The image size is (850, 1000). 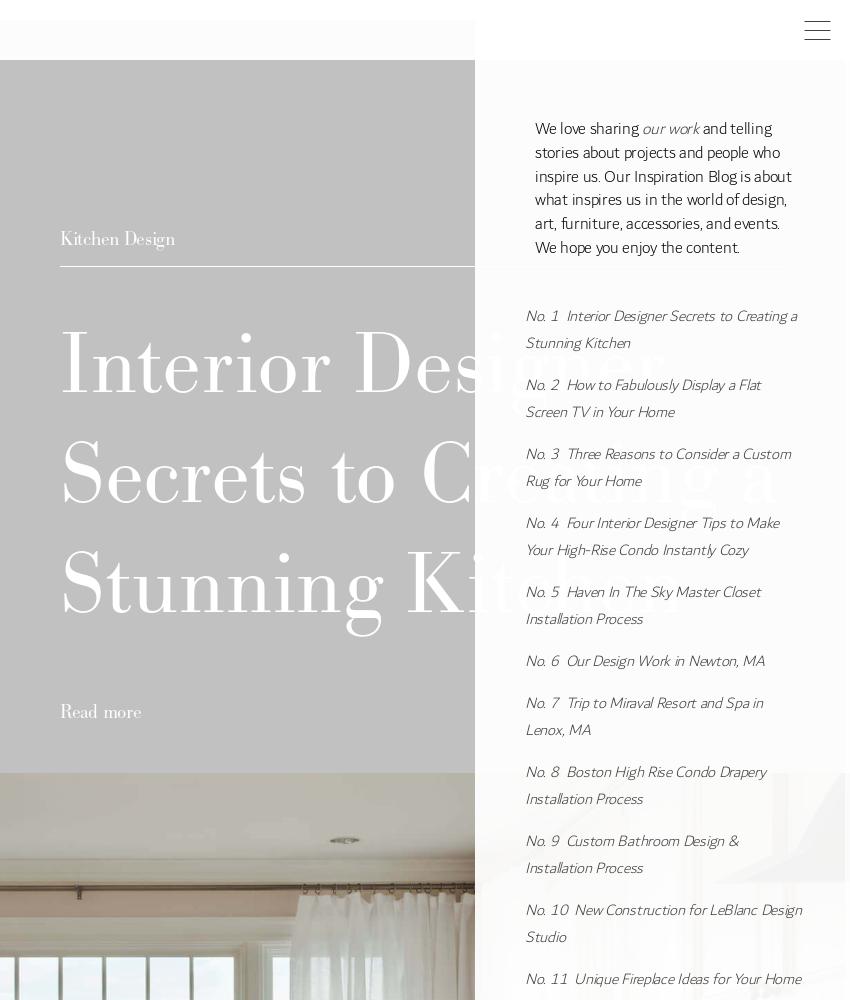 What do you see at coordinates (523, 604) in the screenshot?
I see `'Haven In The Sky Master Closet Installation Process'` at bounding box center [523, 604].